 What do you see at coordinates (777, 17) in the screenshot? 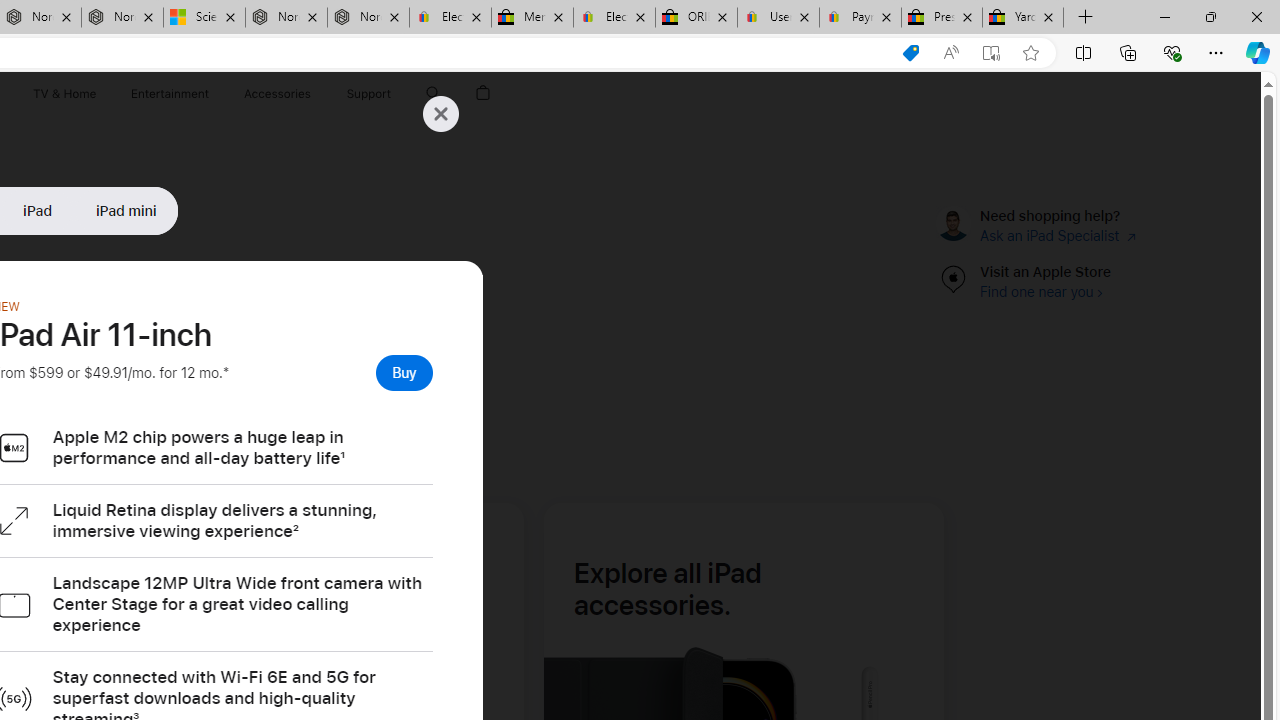
I see `'User Privacy Notice | eBay'` at bounding box center [777, 17].